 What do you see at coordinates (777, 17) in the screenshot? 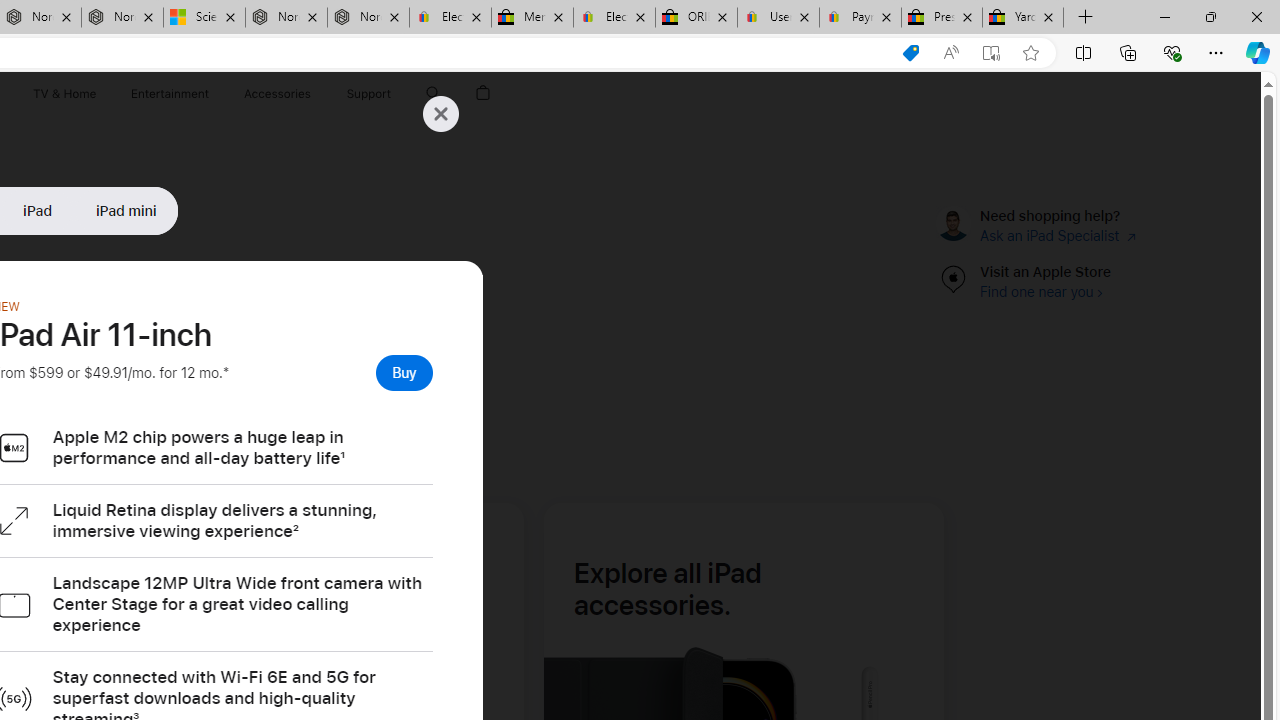
I see `'User Privacy Notice | eBay'` at bounding box center [777, 17].